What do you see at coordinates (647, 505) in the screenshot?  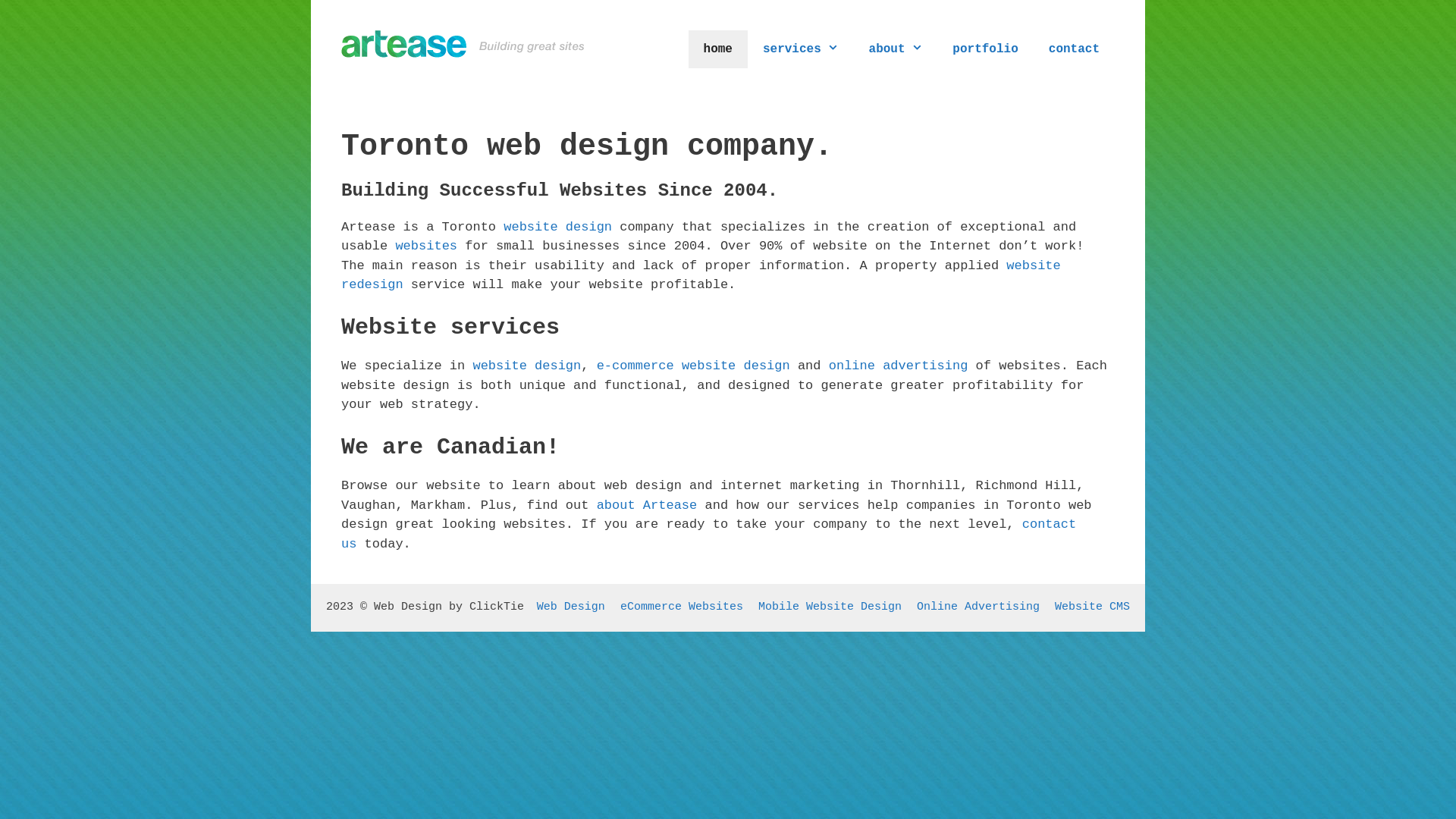 I see `'about Artease'` at bounding box center [647, 505].